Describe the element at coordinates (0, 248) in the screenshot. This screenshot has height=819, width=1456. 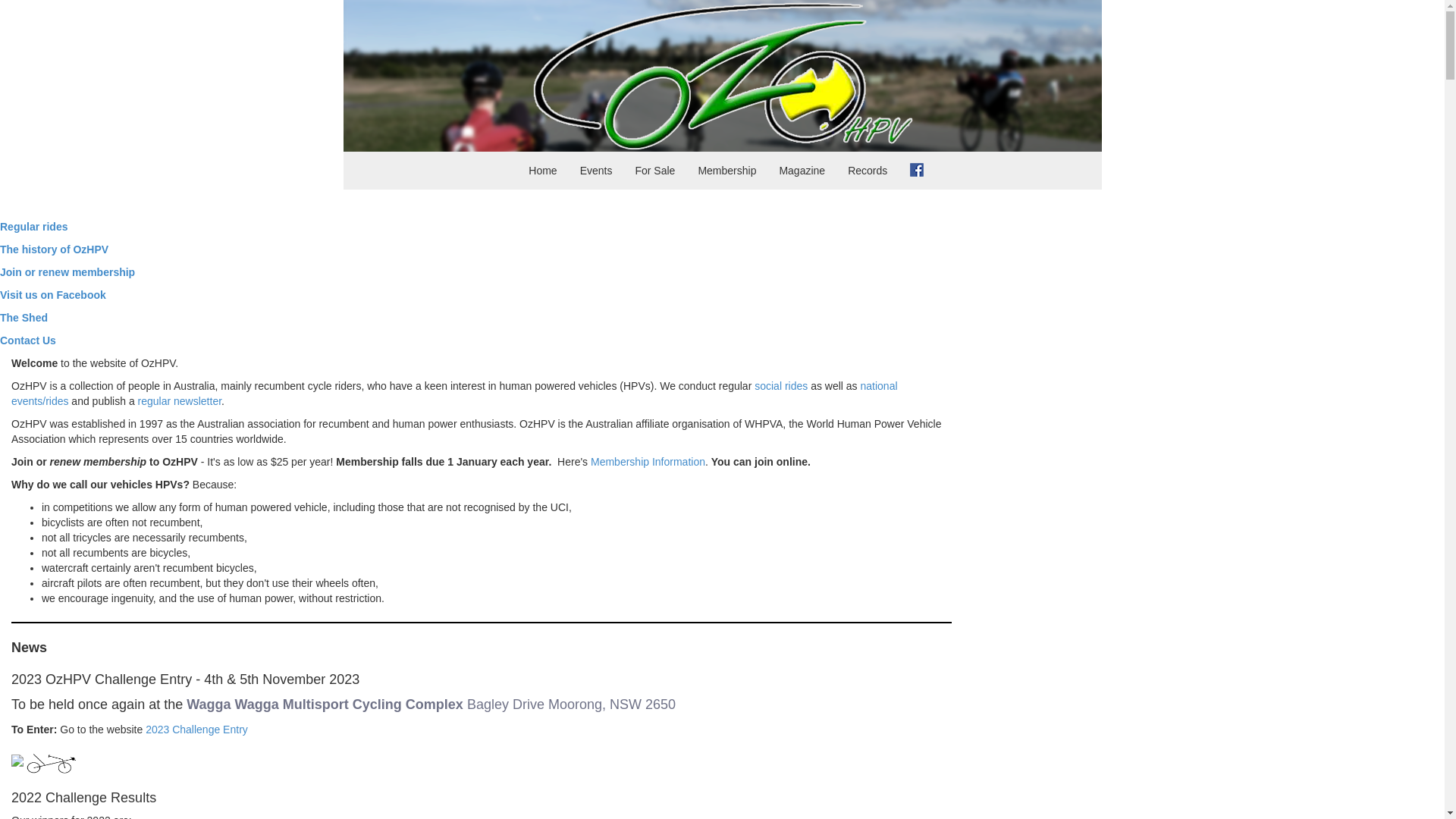
I see `'The history of OzHPV'` at that location.